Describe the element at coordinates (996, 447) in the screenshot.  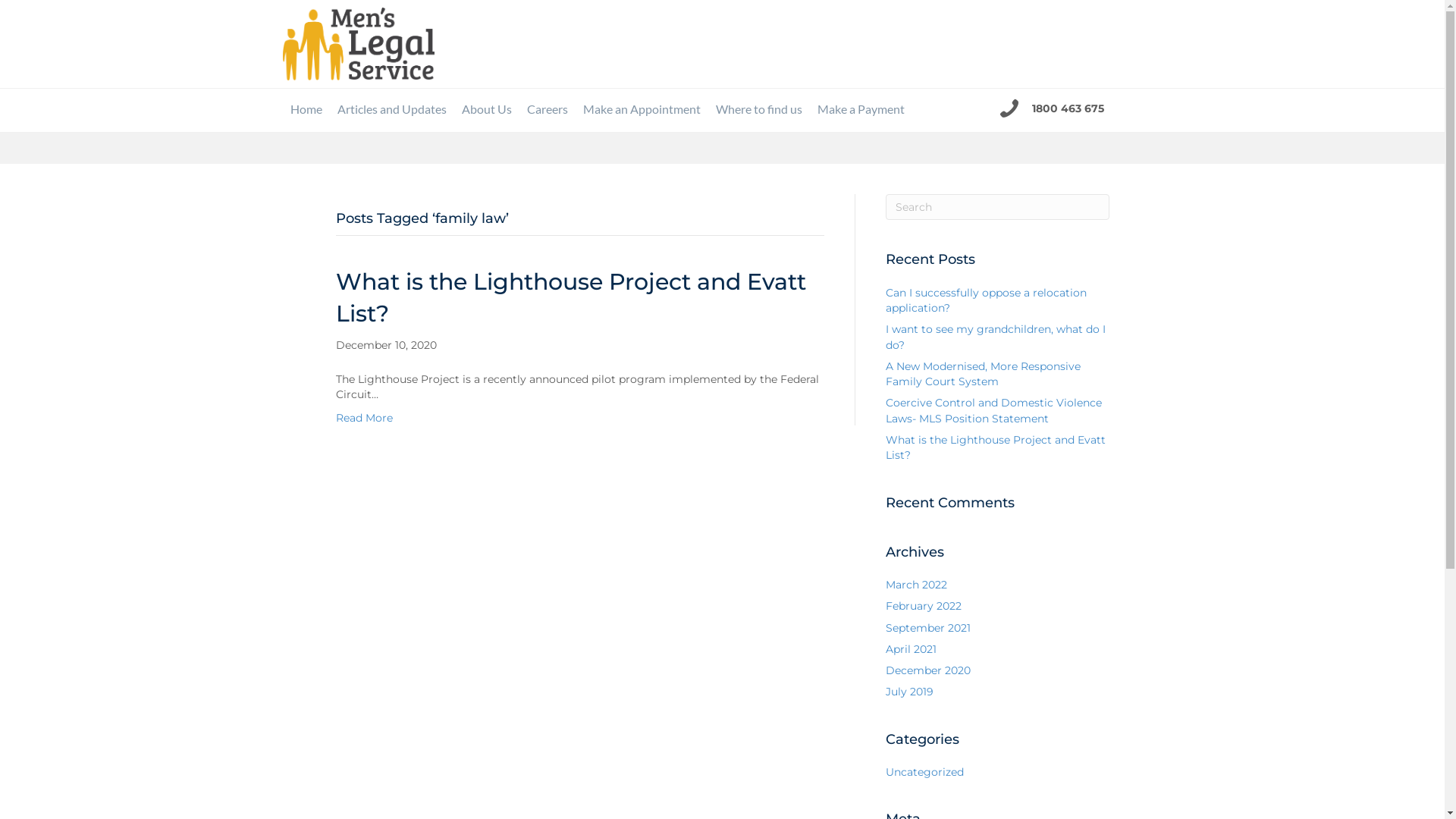
I see `'What is the Lighthouse Project and Evatt List?'` at that location.